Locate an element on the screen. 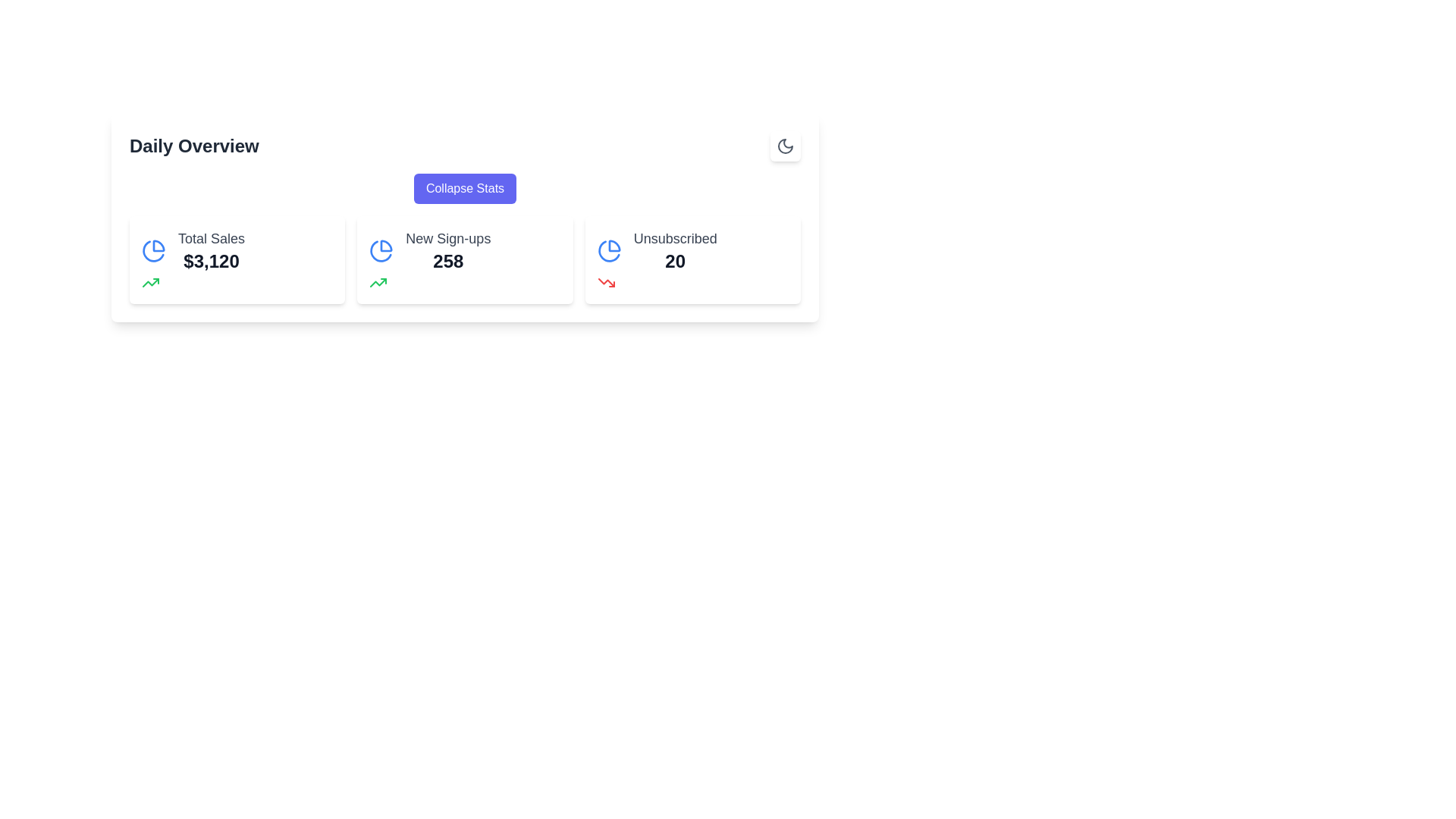 The height and width of the screenshot is (819, 1456). the Text label element displaying 'New Sign-ups' with the value '258' in bold, located under the 'Daily Overview' header is located at coordinates (447, 250).